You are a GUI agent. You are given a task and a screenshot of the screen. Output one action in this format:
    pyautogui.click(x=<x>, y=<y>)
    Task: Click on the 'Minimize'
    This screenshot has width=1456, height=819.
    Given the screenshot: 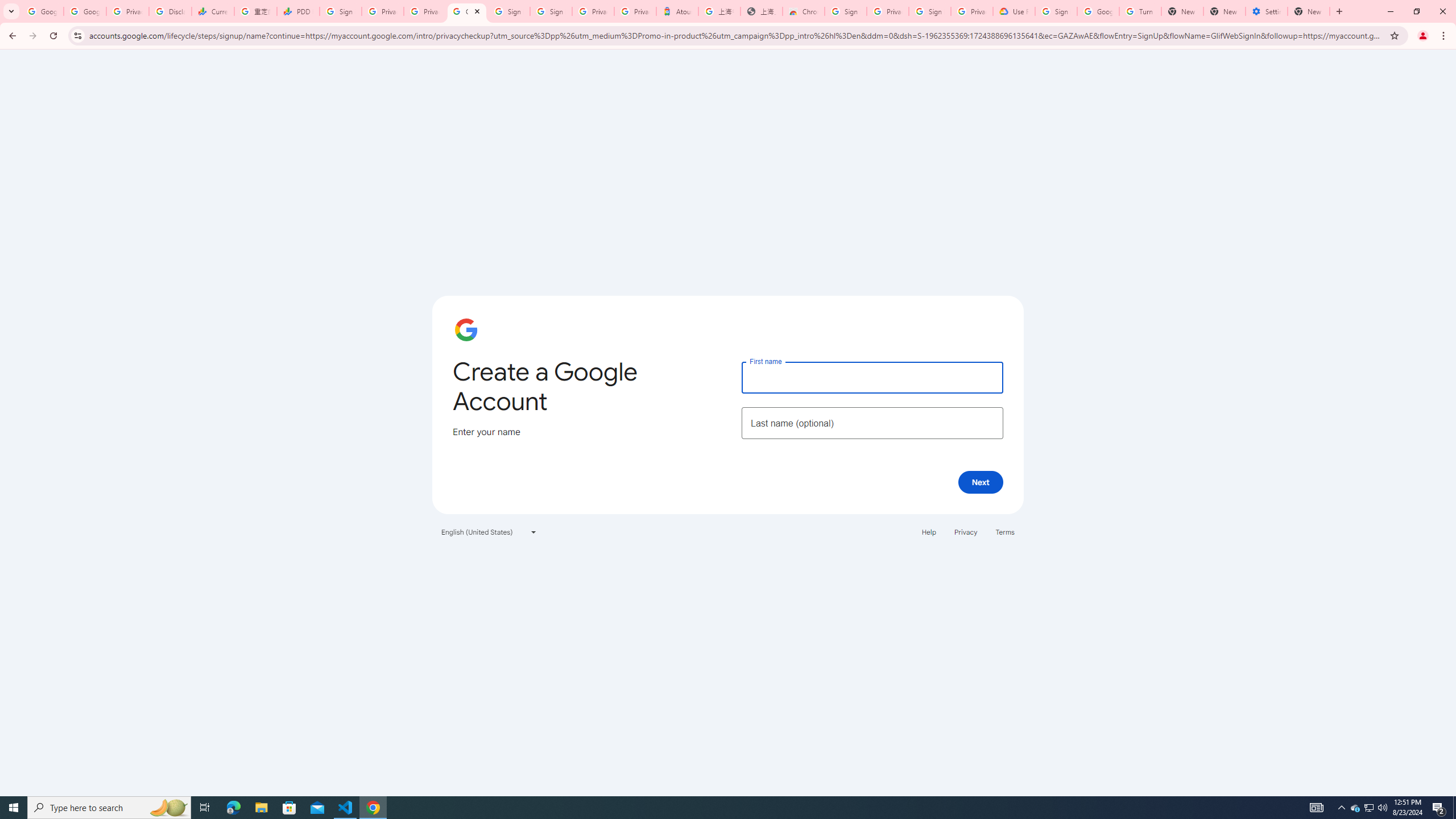 What is the action you would take?
    pyautogui.click(x=1389, y=11)
    